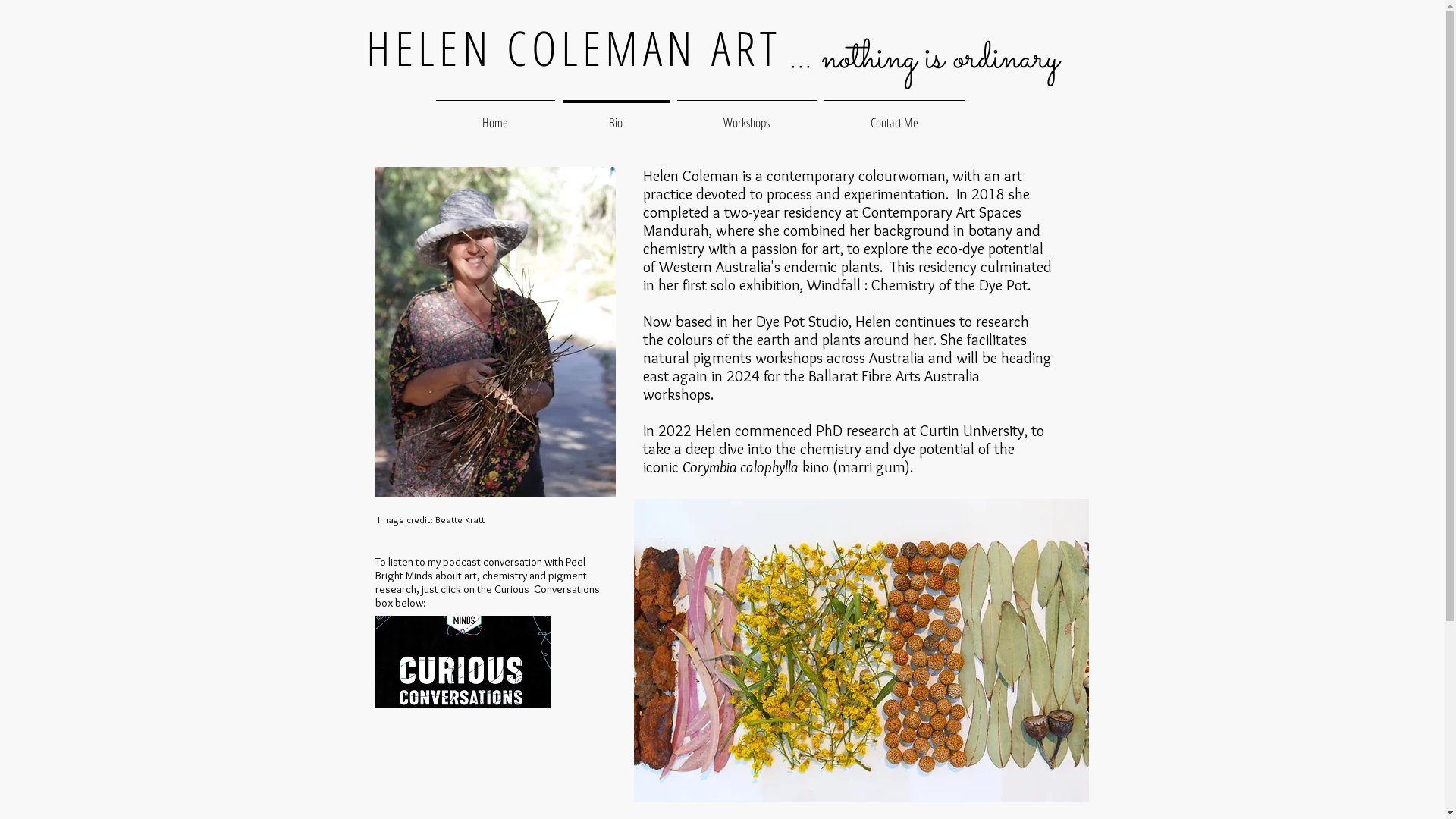  What do you see at coordinates (746, 115) in the screenshot?
I see `'Workshops'` at bounding box center [746, 115].